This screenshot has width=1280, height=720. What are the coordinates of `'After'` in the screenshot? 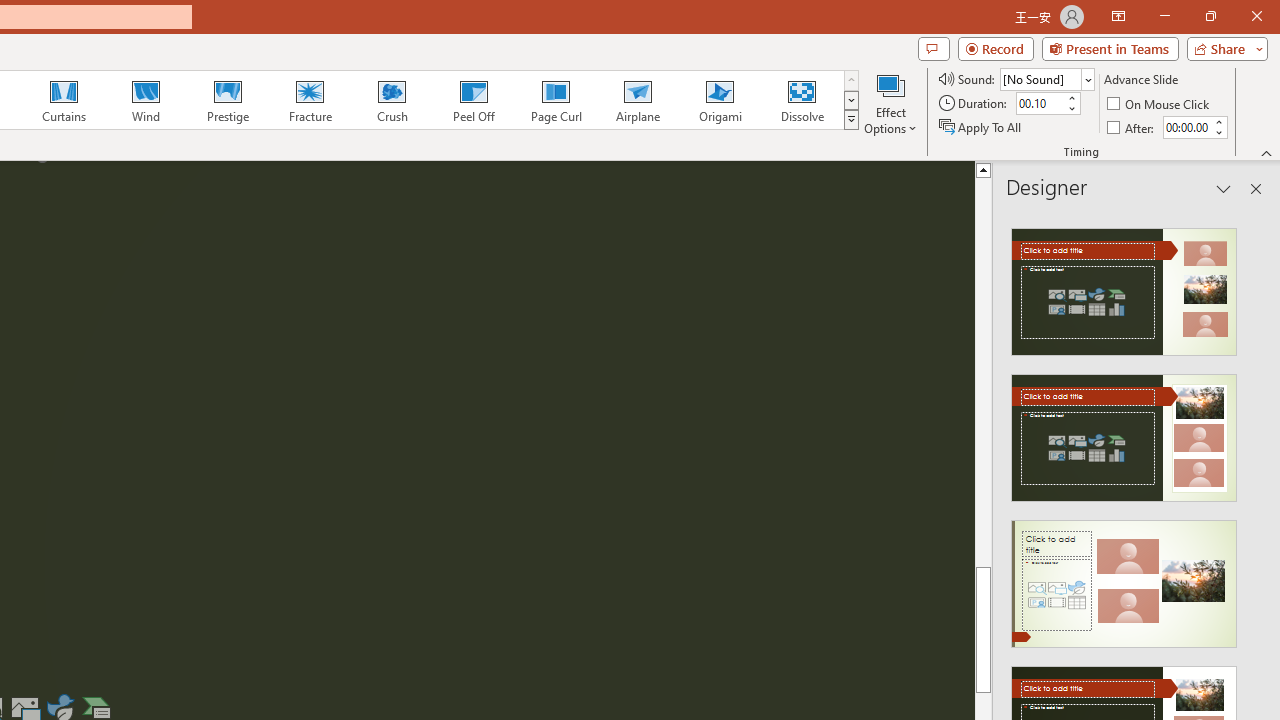 It's located at (1132, 127).